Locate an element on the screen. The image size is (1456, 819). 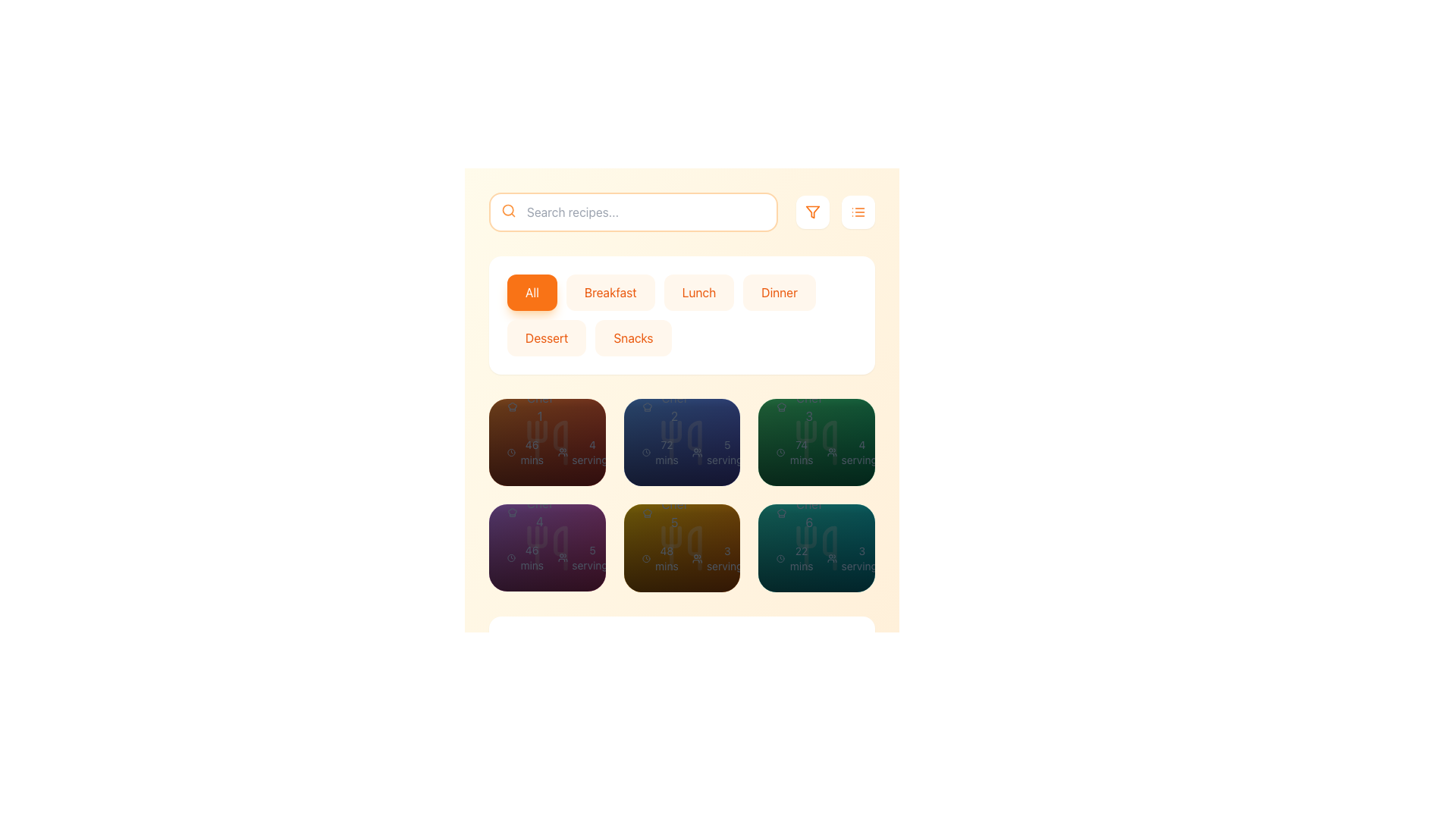
the circular button with a rose-red background and a heart-shaped icon outlined in white, located in the top-left corner of the second section of stacked cards, specifically the first card in the grid layout is located at coordinates (501, 442).